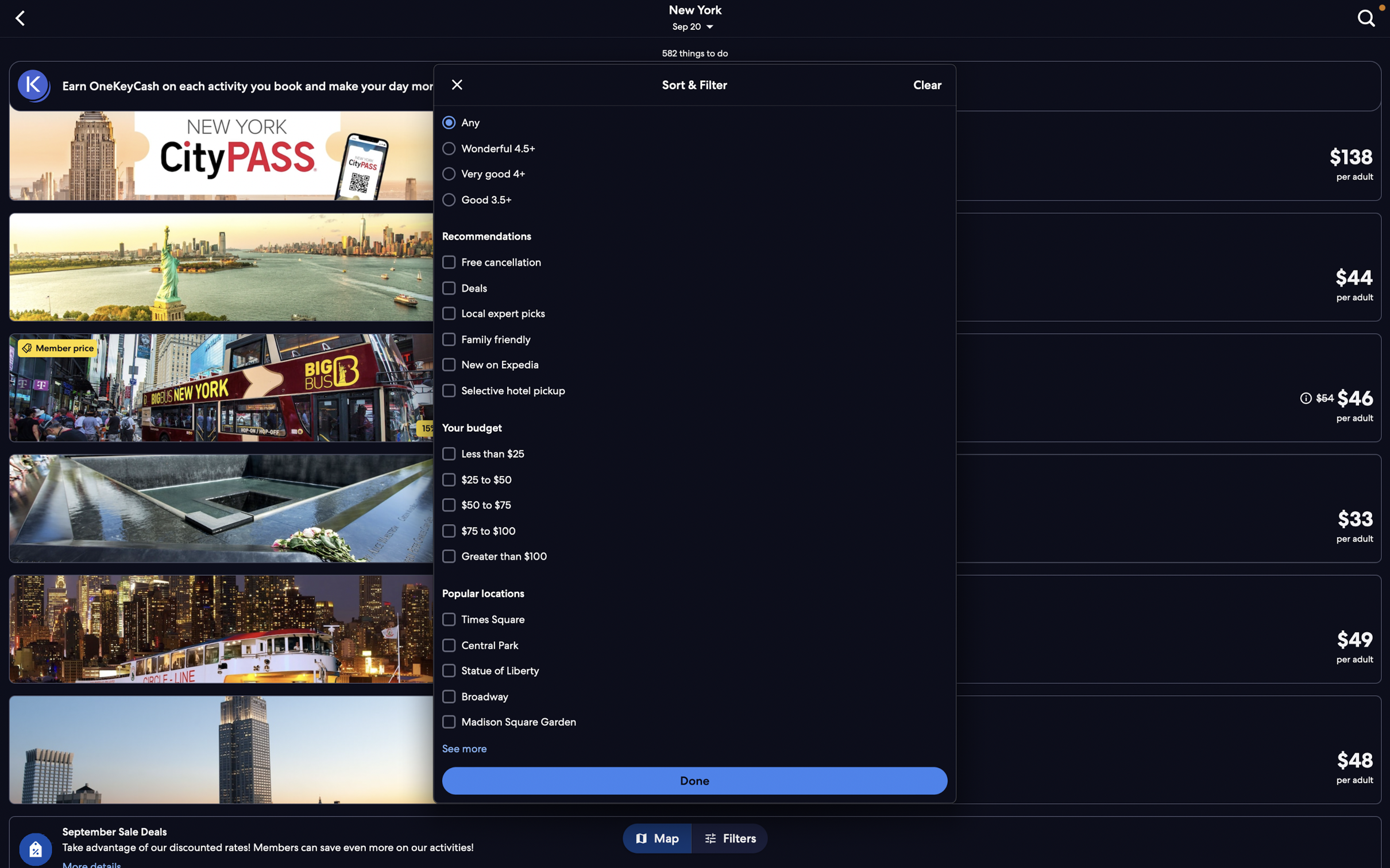 Image resolution: width=1390 pixels, height=868 pixels. Describe the element at coordinates (693, 174) in the screenshot. I see `Activate the "very good" and "family friendly" options` at that location.